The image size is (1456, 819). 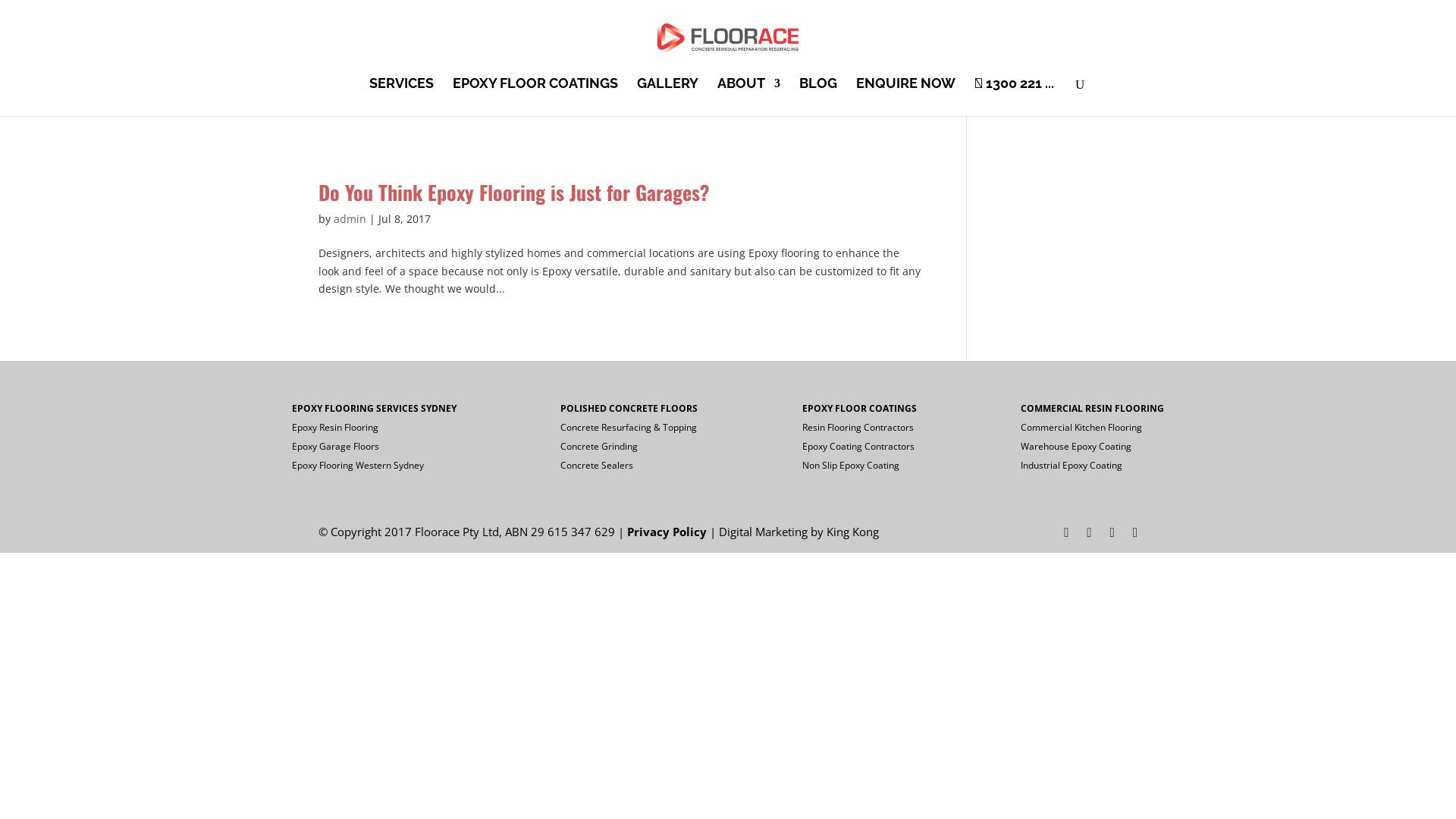 I want to click on 'ENQUIRE NOW', so click(x=905, y=96).